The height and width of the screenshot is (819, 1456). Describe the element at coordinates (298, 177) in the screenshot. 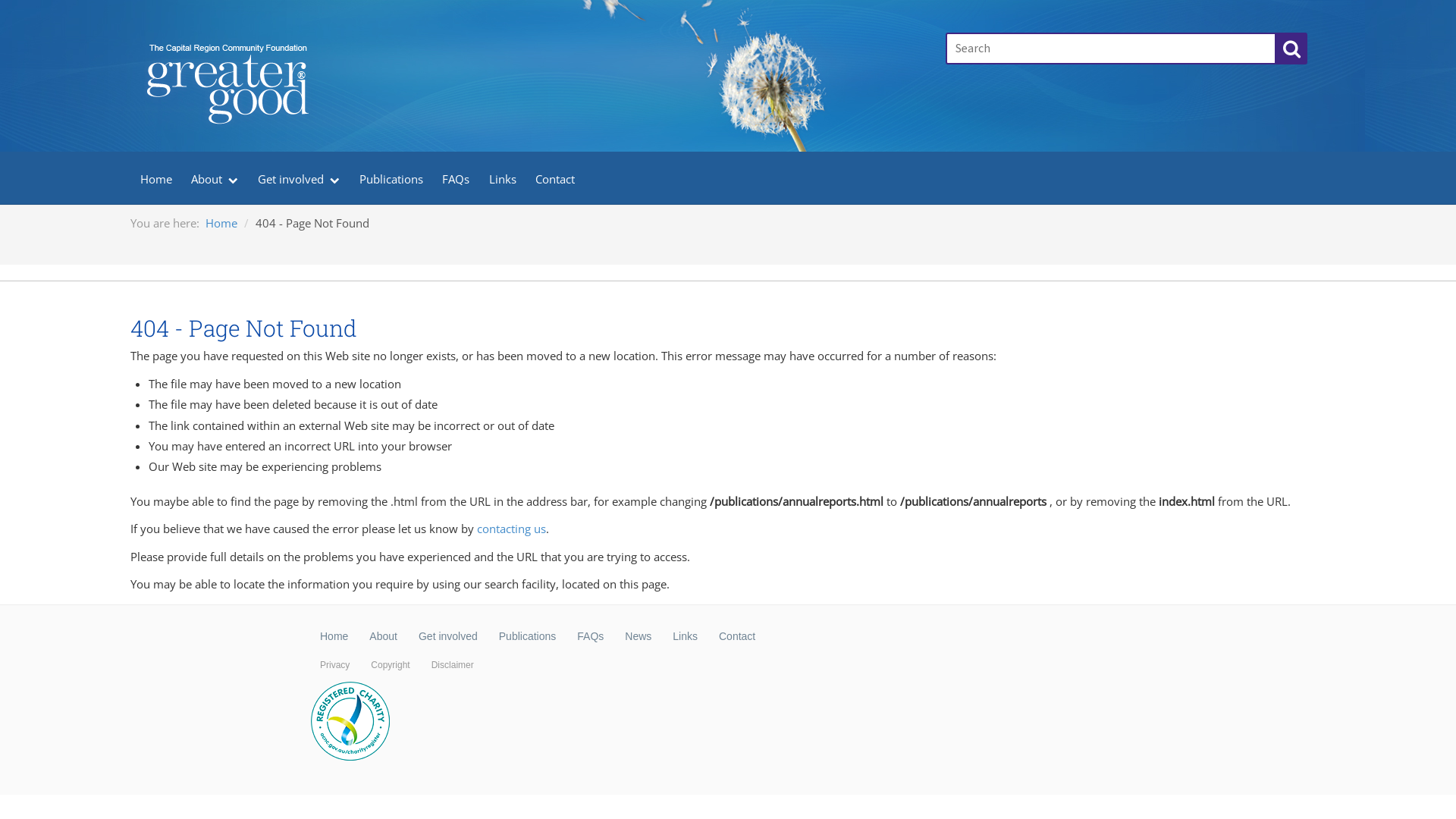

I see `'Get involved'` at that location.